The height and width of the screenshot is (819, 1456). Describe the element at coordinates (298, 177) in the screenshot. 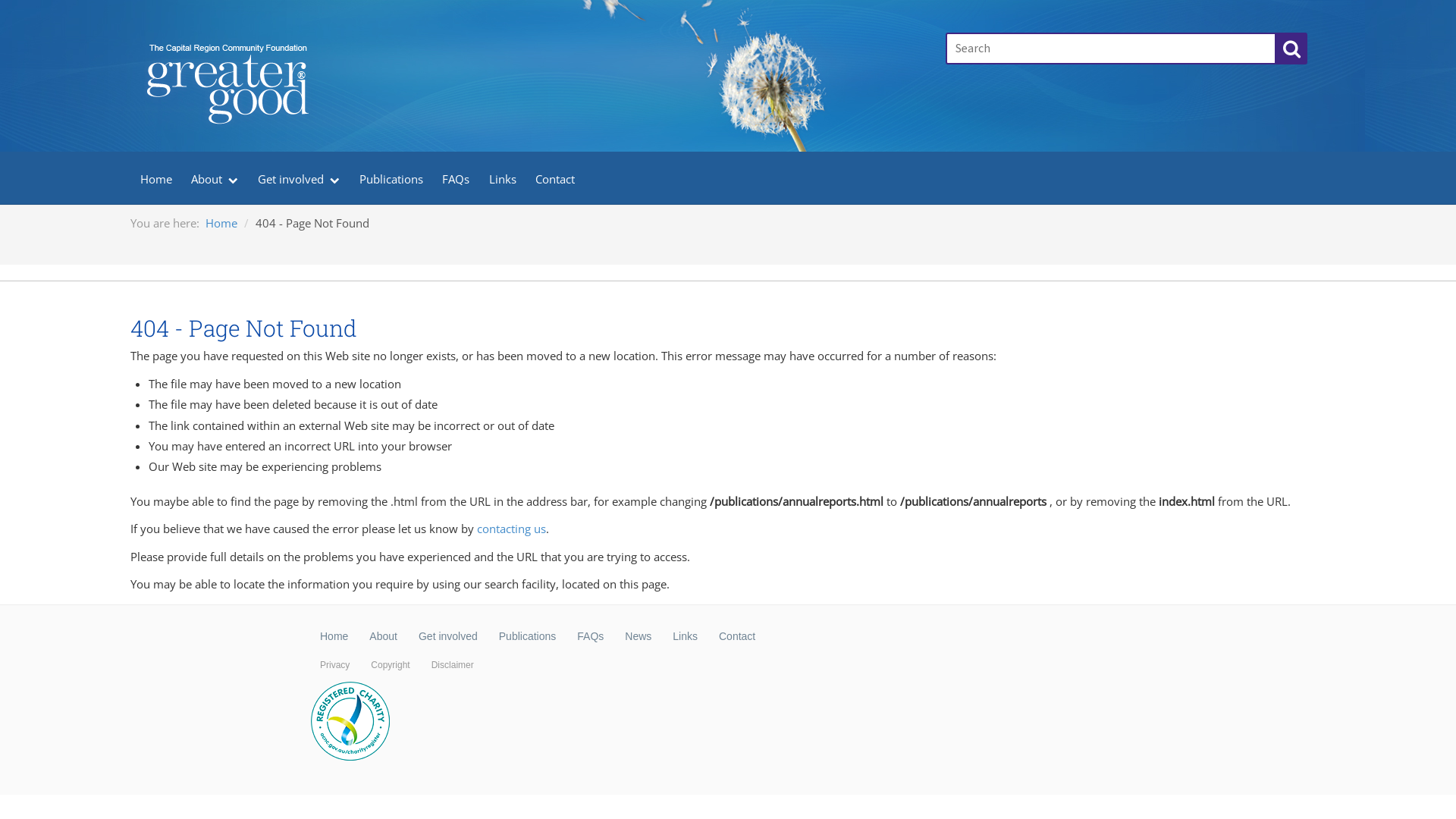

I see `'Get involved'` at that location.